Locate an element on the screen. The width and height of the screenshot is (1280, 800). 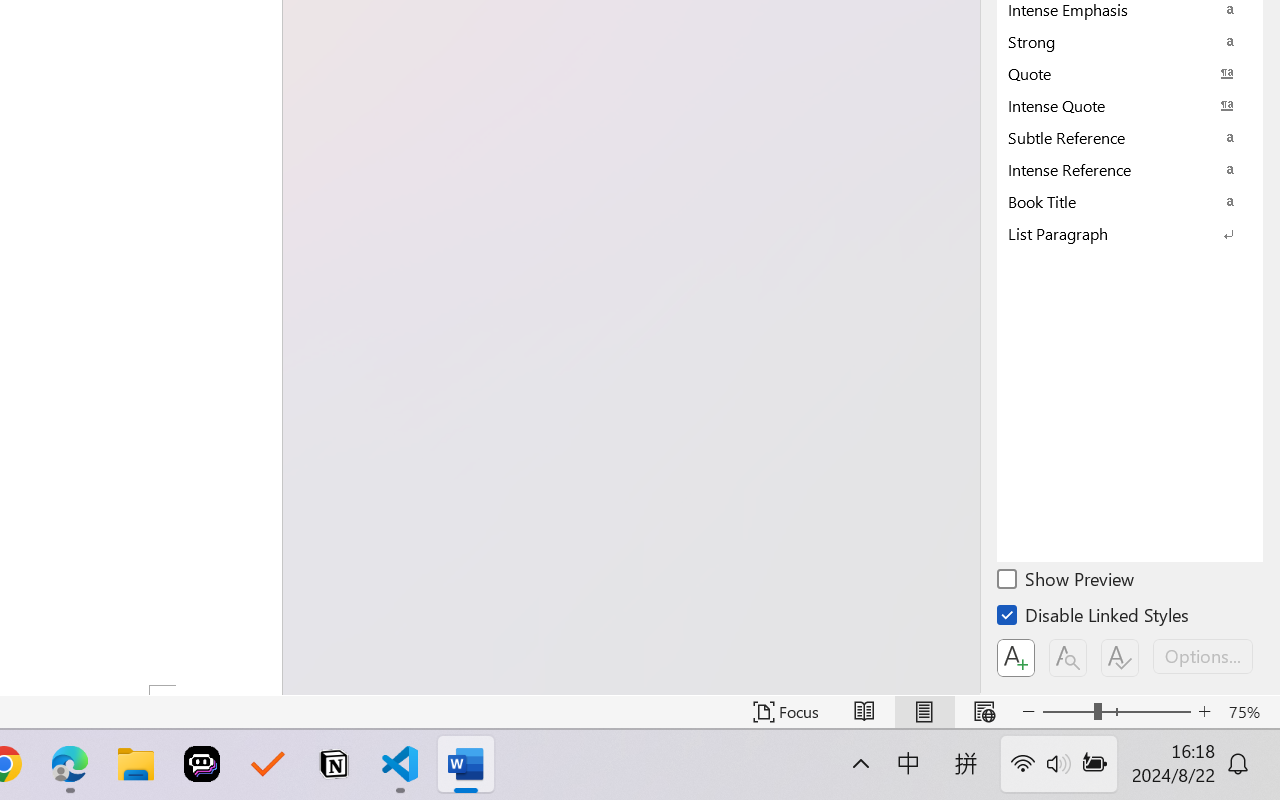
'Strong' is located at coordinates (1130, 40).